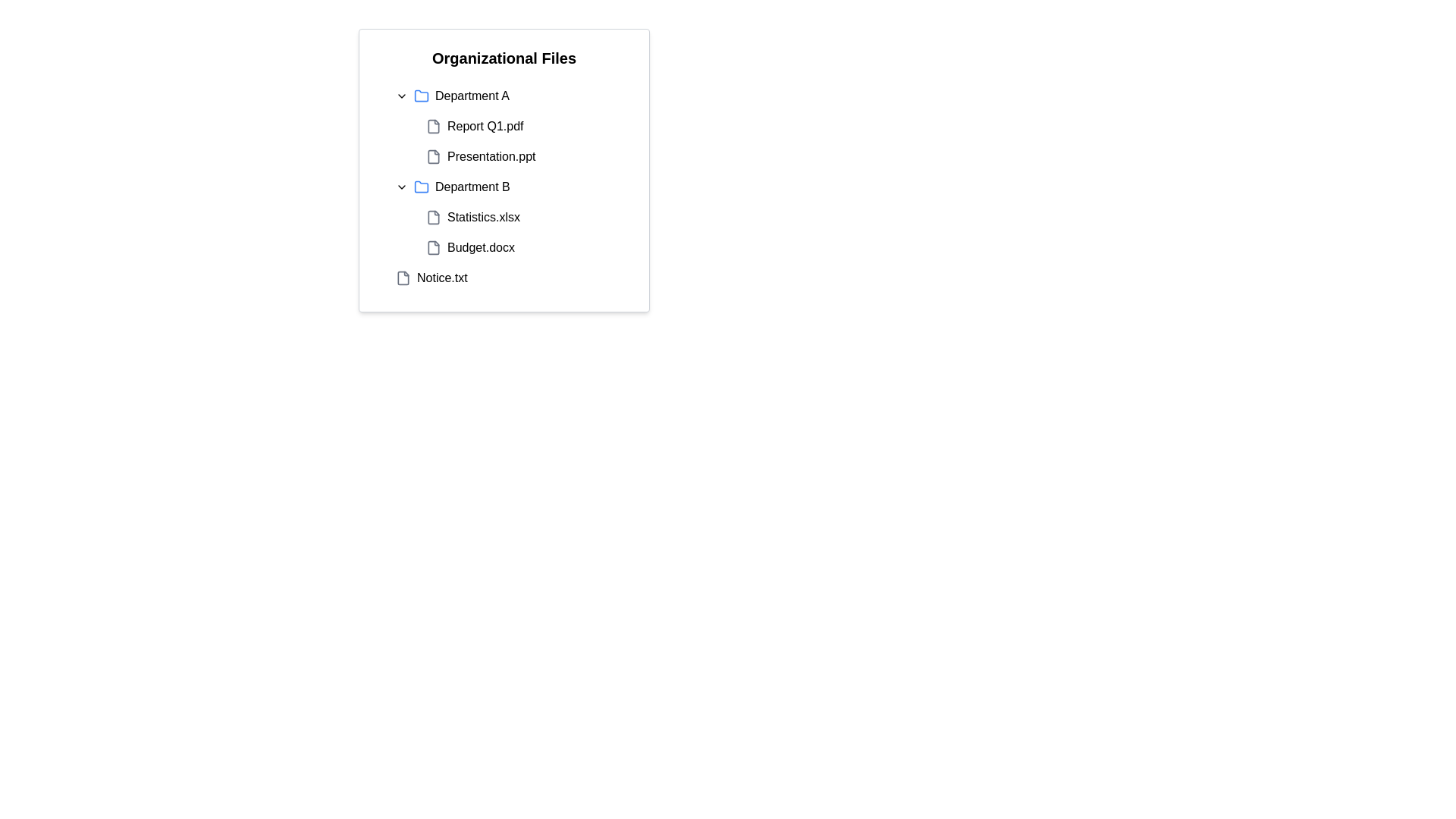 The width and height of the screenshot is (1456, 819). I want to click on the text label for the folder named 'Department A' located under 'Organizational Files', so click(471, 96).